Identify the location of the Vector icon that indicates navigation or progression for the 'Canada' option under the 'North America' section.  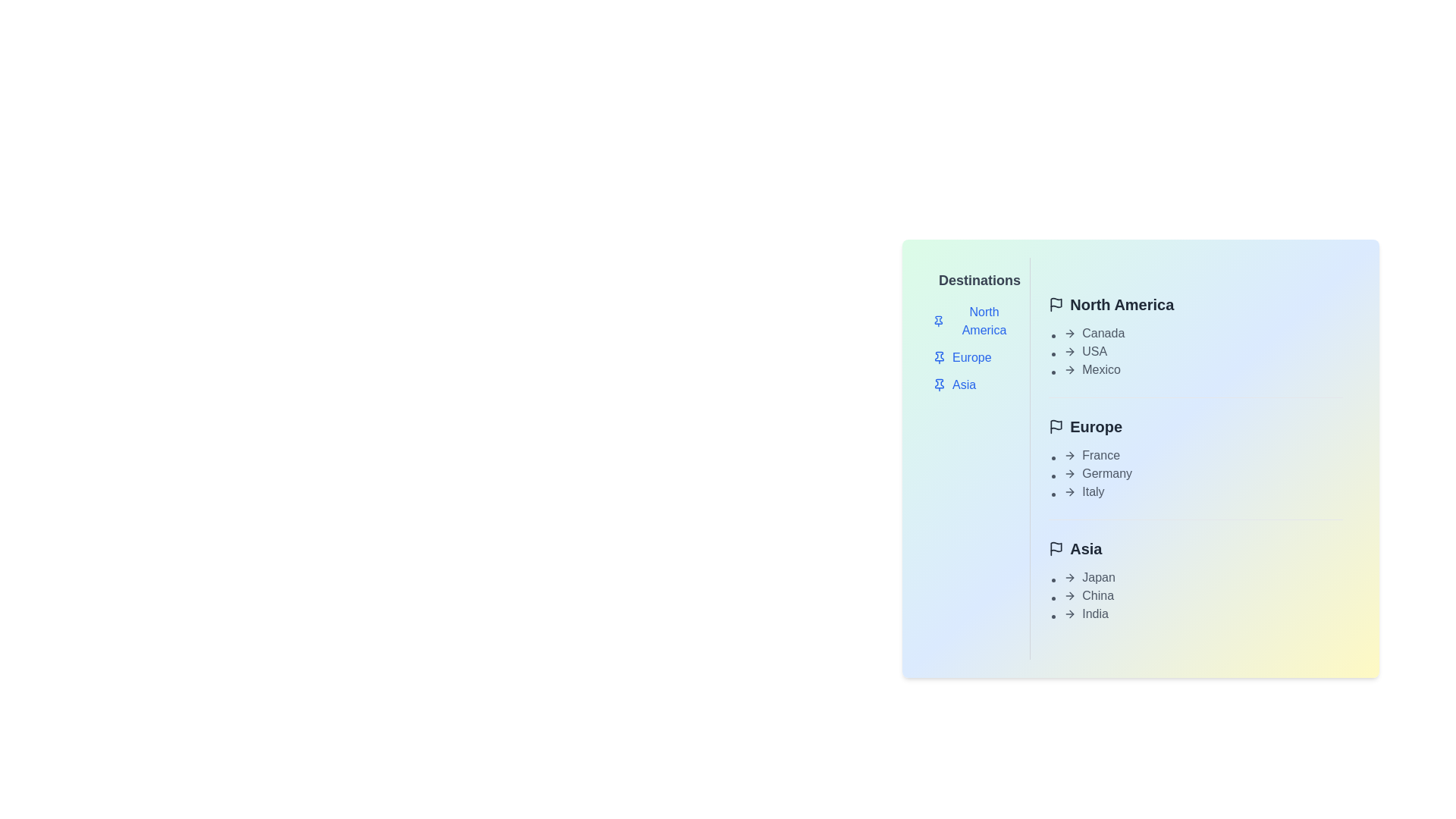
(1069, 332).